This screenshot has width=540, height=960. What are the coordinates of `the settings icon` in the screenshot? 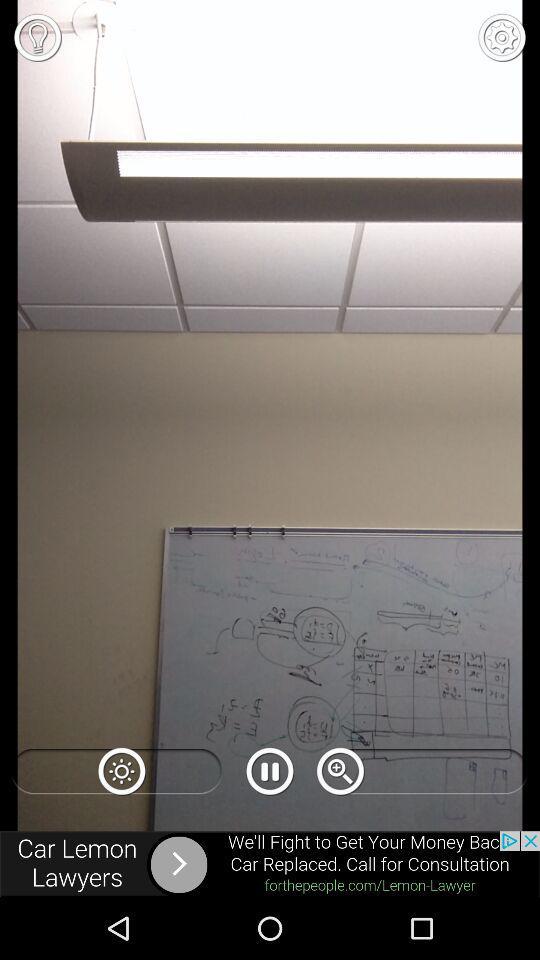 It's located at (501, 36).